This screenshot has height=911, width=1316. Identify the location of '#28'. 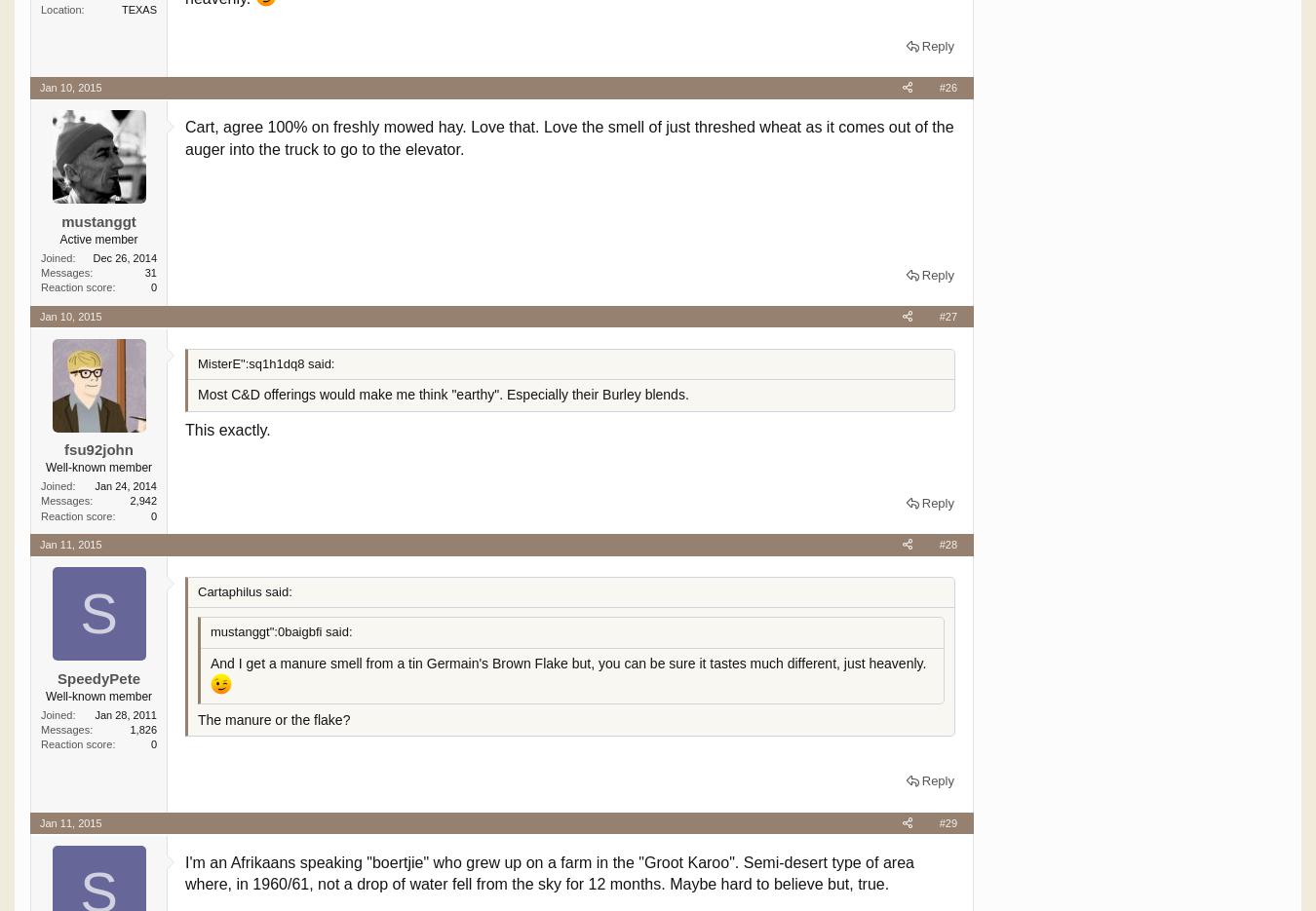
(947, 545).